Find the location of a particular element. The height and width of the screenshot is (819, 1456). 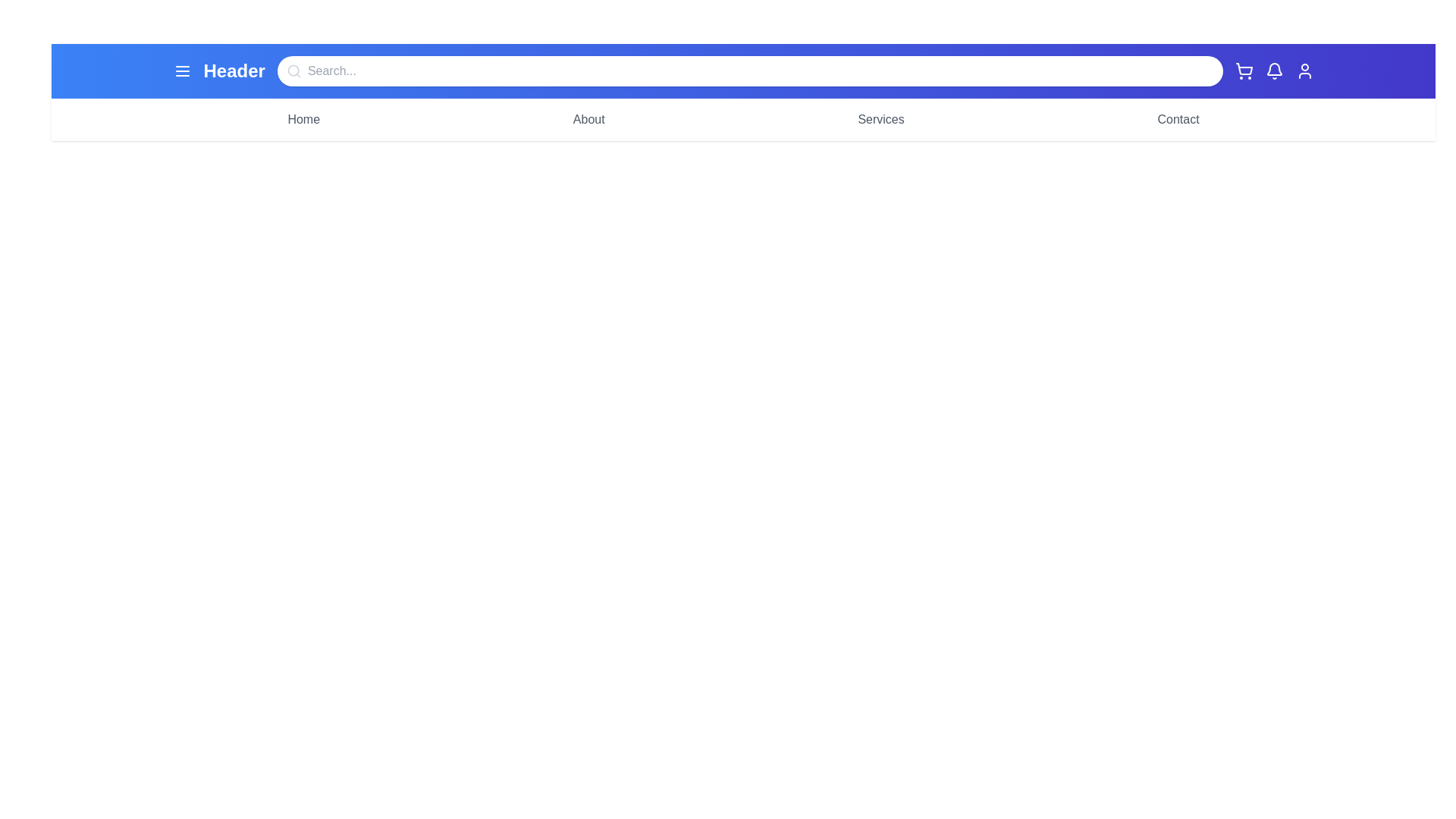

the menu item Home from the menu bar is located at coordinates (303, 119).